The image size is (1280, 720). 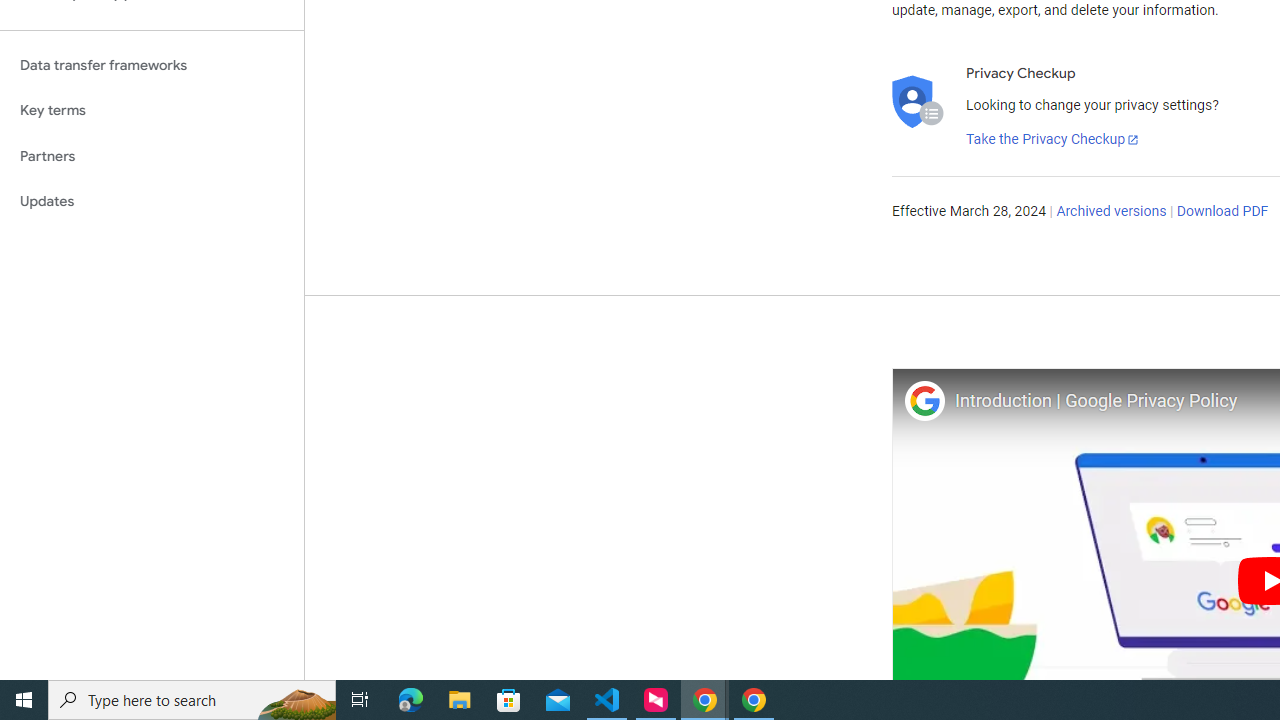 What do you see at coordinates (151, 155) in the screenshot?
I see `'Partners'` at bounding box center [151, 155].